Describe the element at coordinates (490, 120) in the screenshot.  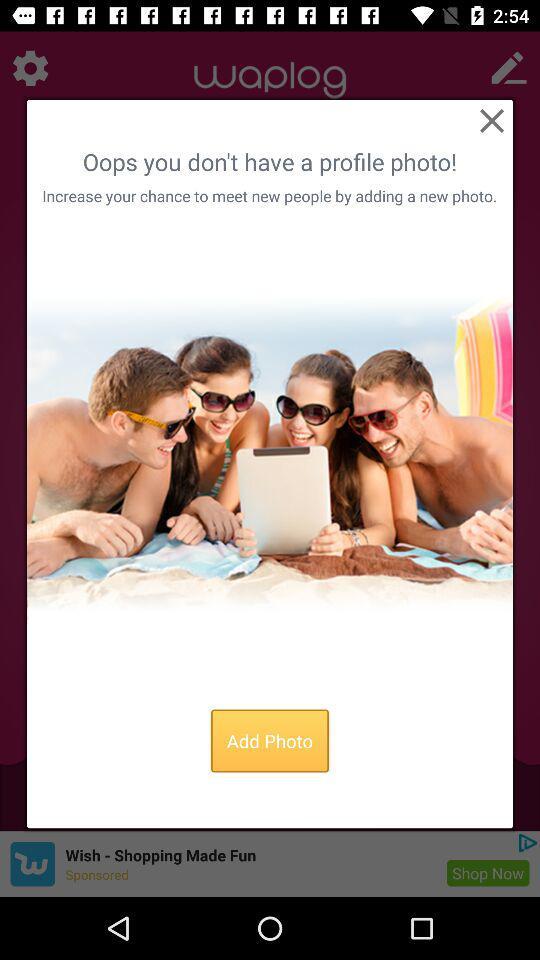
I see `get rid off advertisement` at that location.